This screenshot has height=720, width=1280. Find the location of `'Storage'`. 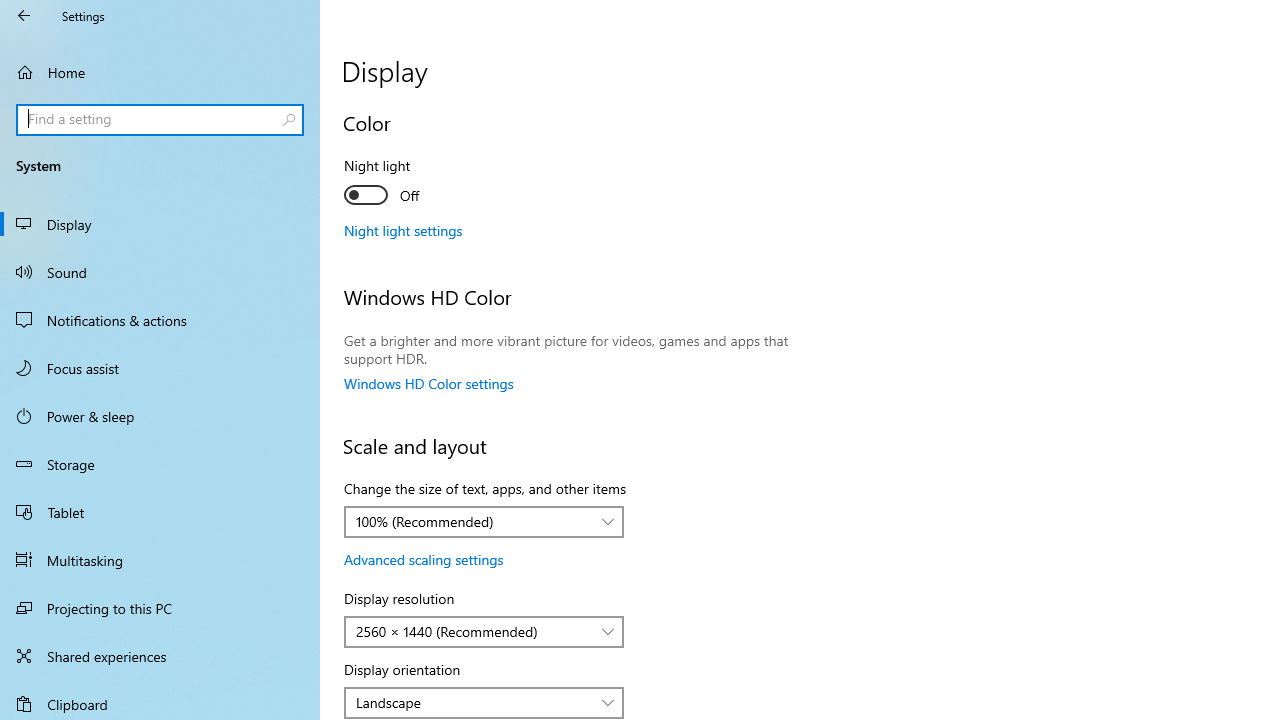

'Storage' is located at coordinates (160, 464).